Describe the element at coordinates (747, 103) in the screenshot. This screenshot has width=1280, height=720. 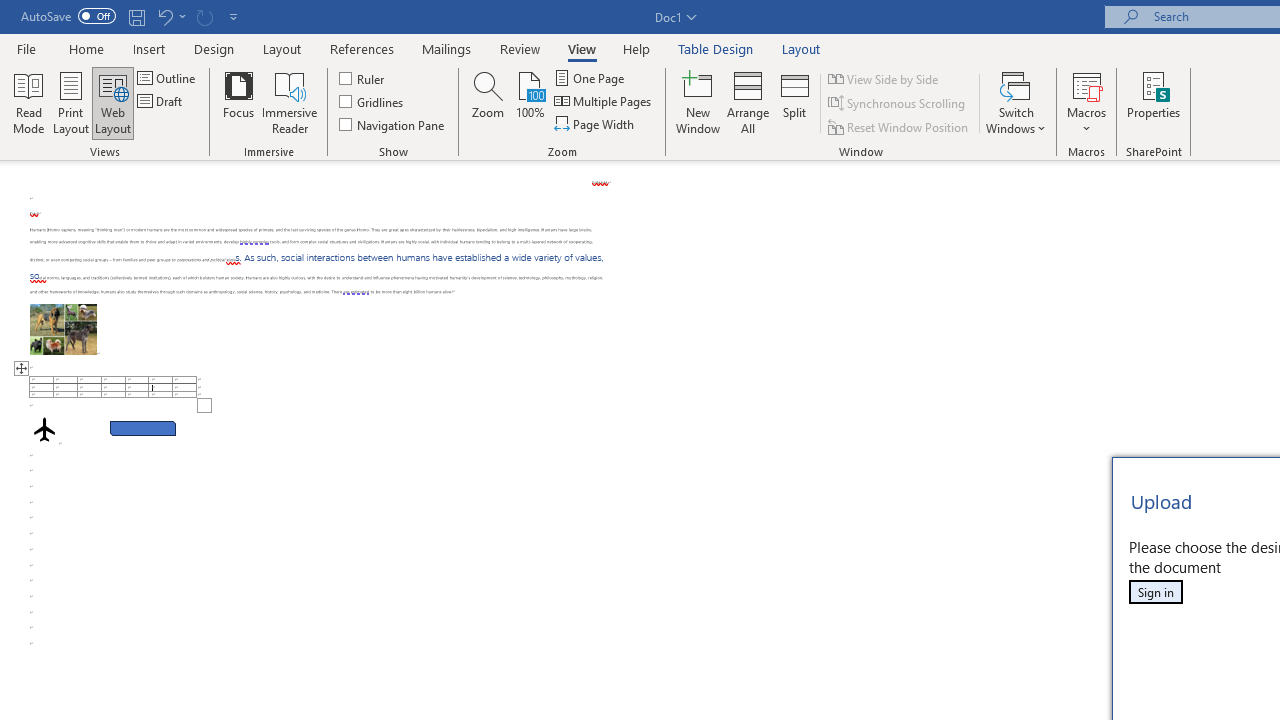
I see `'Arrange All'` at that location.